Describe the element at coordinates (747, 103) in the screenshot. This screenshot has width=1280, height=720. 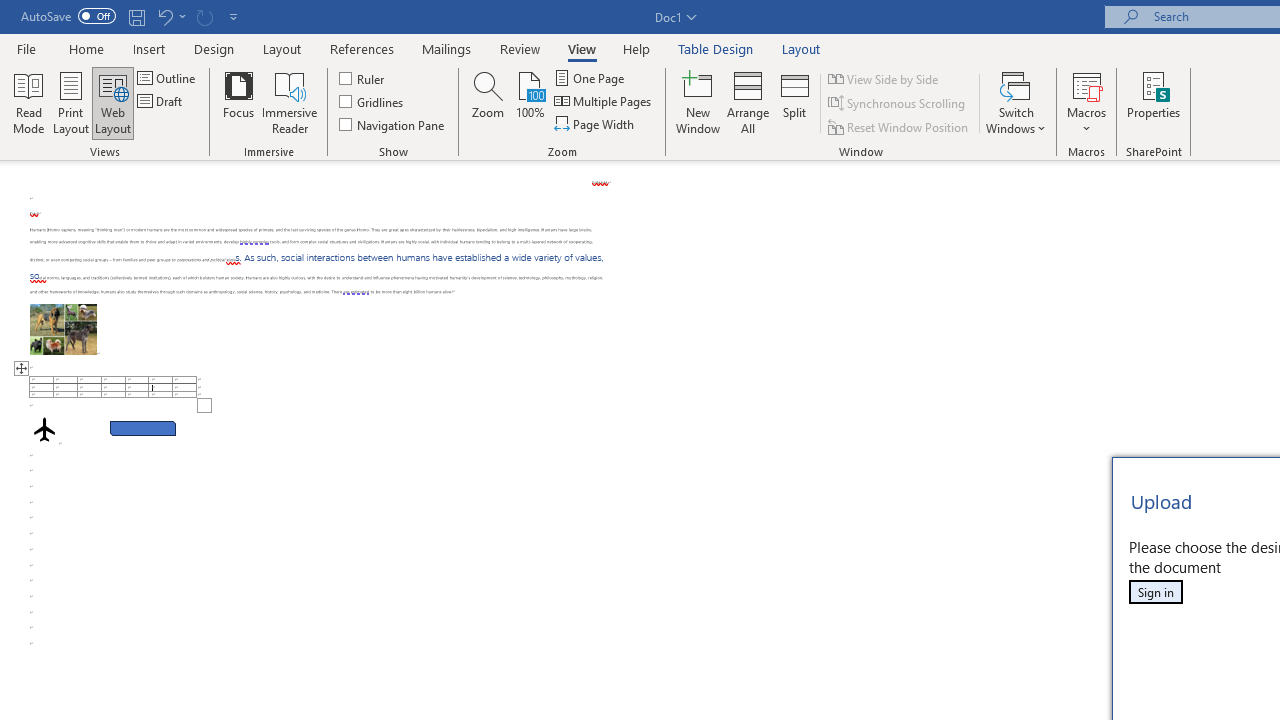
I see `'Arrange All'` at that location.